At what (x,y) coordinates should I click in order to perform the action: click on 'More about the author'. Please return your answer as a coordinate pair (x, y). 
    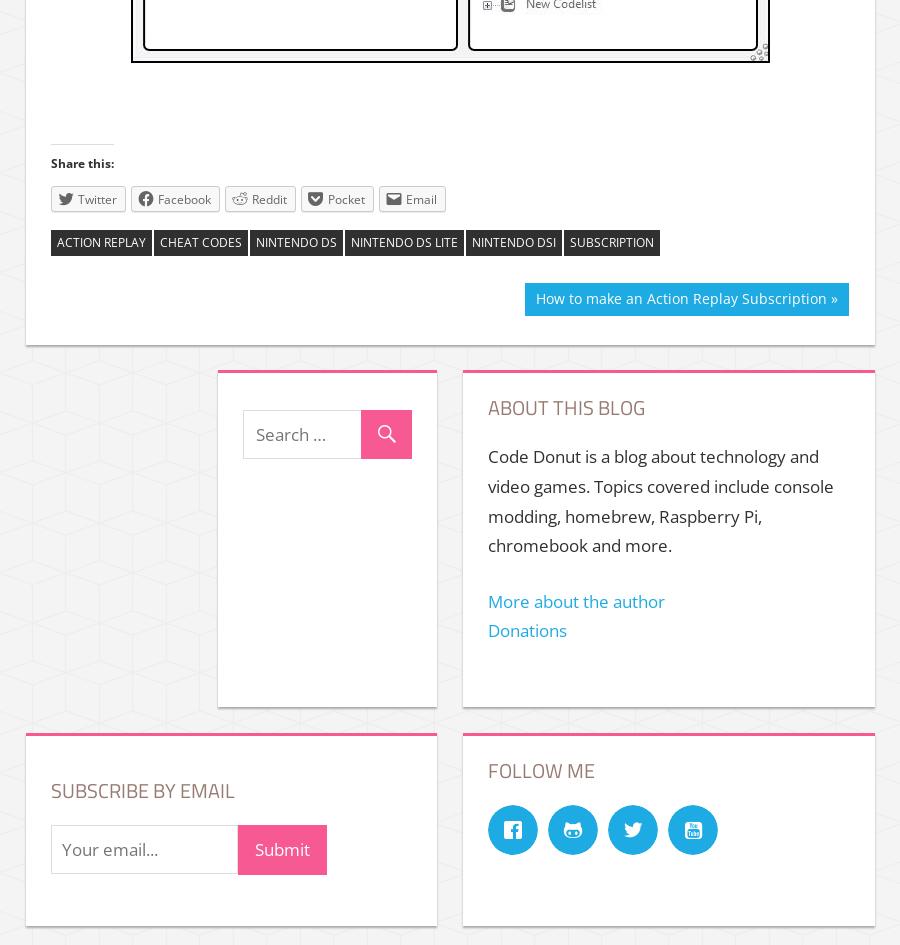
    Looking at the image, I should click on (576, 600).